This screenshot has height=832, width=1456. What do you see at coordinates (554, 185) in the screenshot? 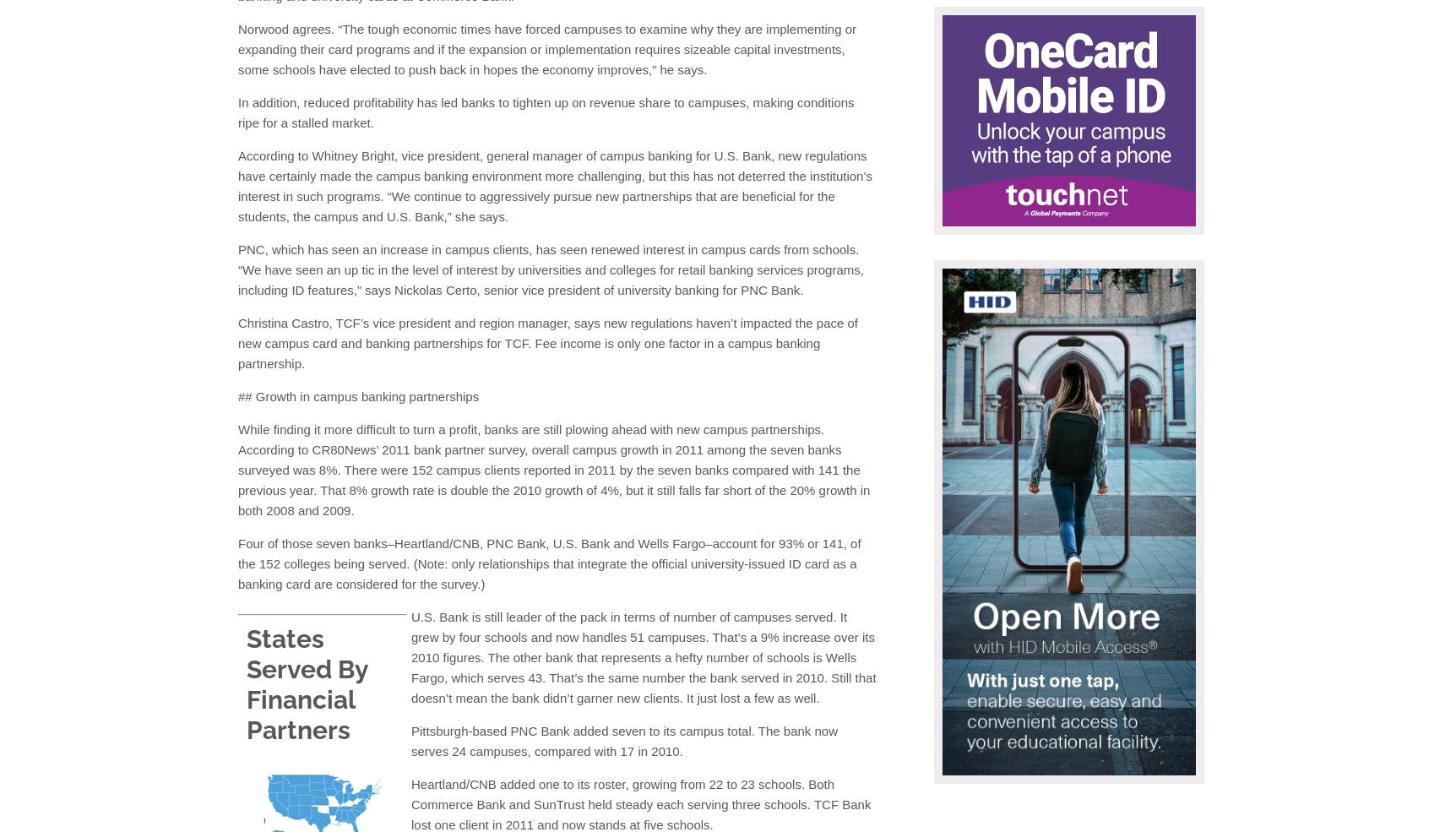
I see `'According to Whitney Bright, vice president, general manager of campus banking for U.S. Bank, new regulations have certainly made the campus banking environment more challenging, but this has not deterred the institution’s interest in such programs. “We continue to aggressively pursue new partnerships that are beneficial for the students, the campus and U.S. Bank,” she says.'` at bounding box center [554, 185].